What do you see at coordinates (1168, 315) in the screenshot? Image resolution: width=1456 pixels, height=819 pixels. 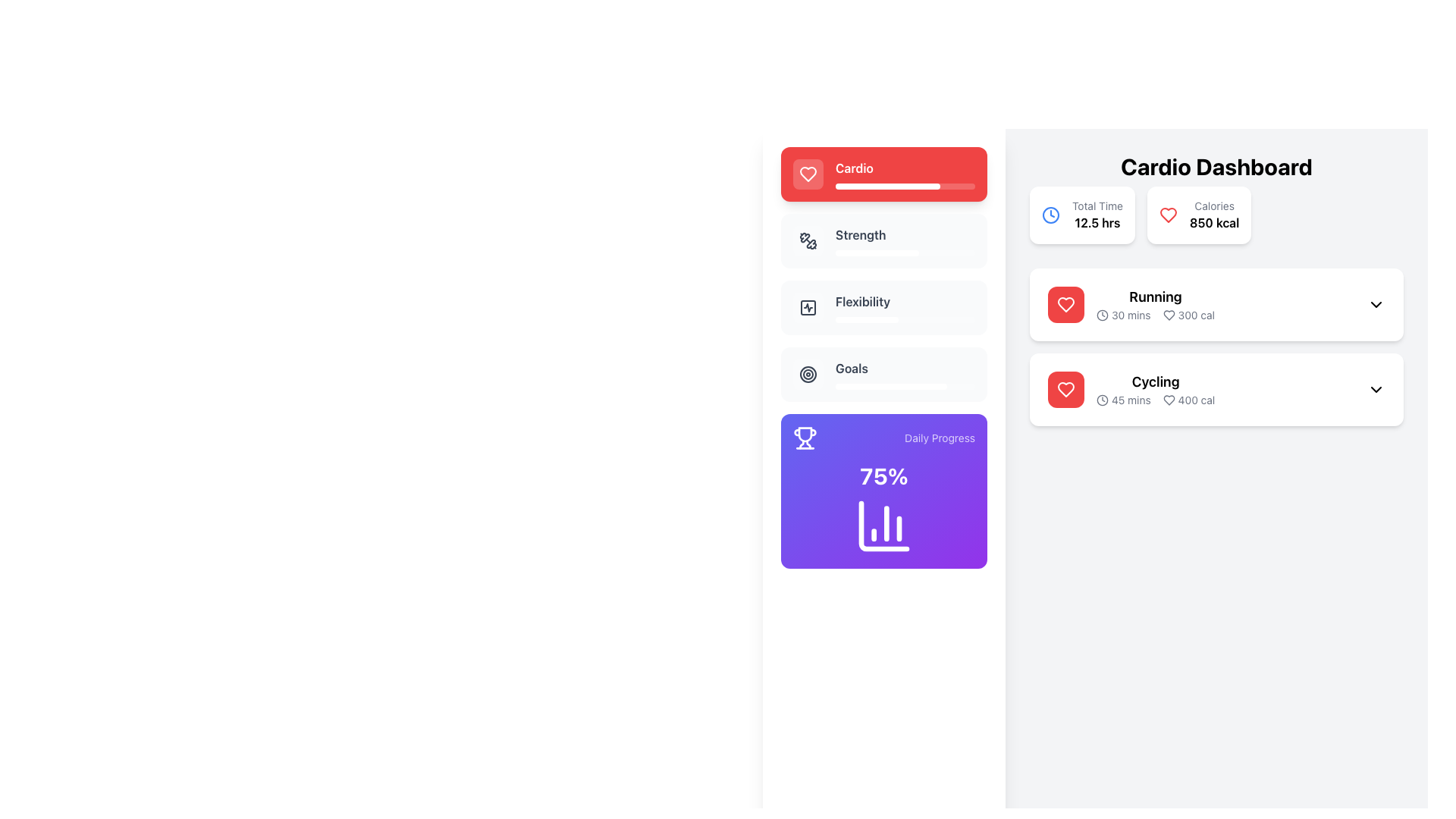 I see `the heart-shaped SVG icon to mark it as favorite, located within the right-hand card component of the Cardio Dashboard next to the 'Running' section` at bounding box center [1168, 315].